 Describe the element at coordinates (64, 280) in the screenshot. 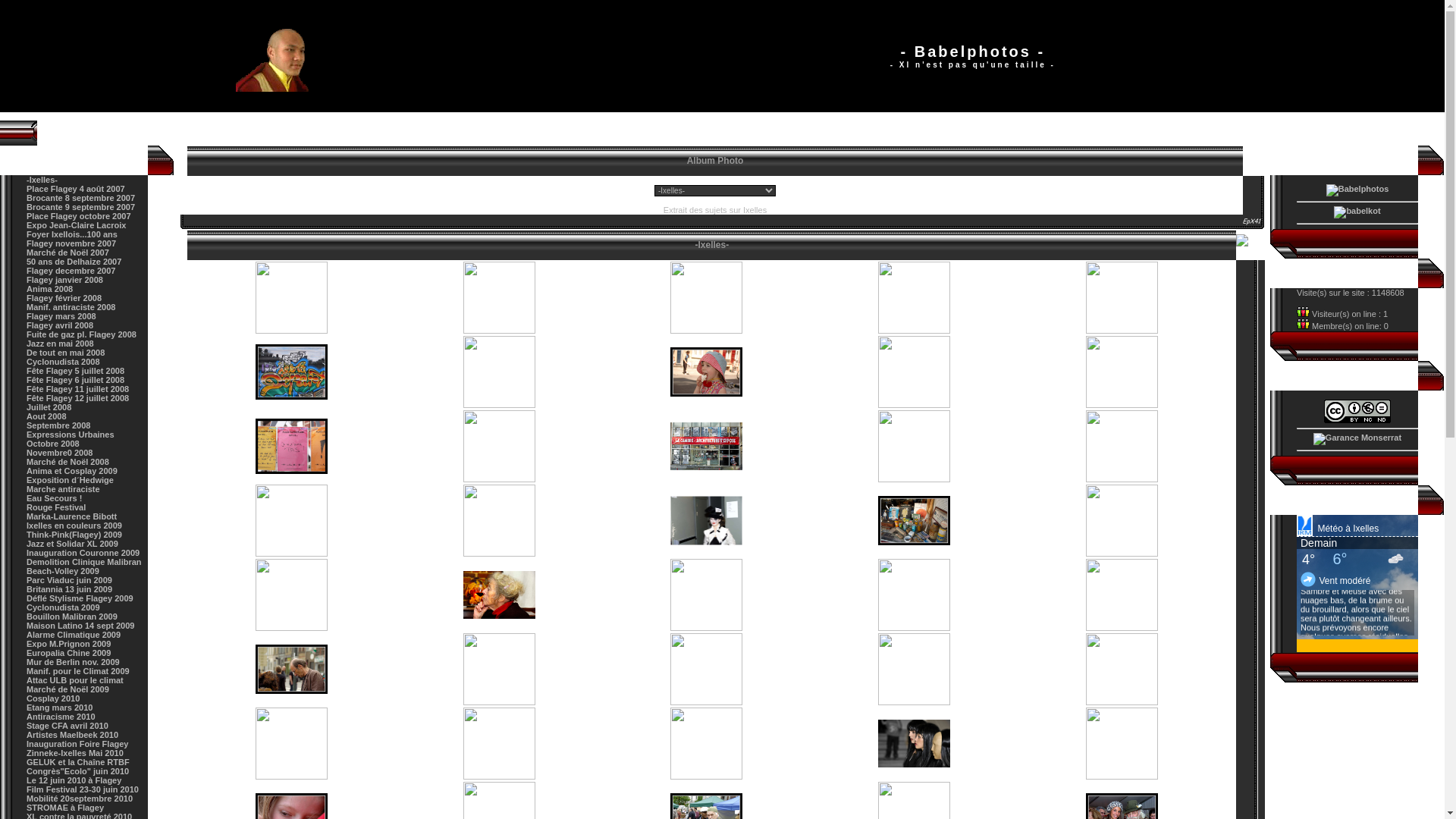

I see `'Flagey janvier 2008'` at that location.